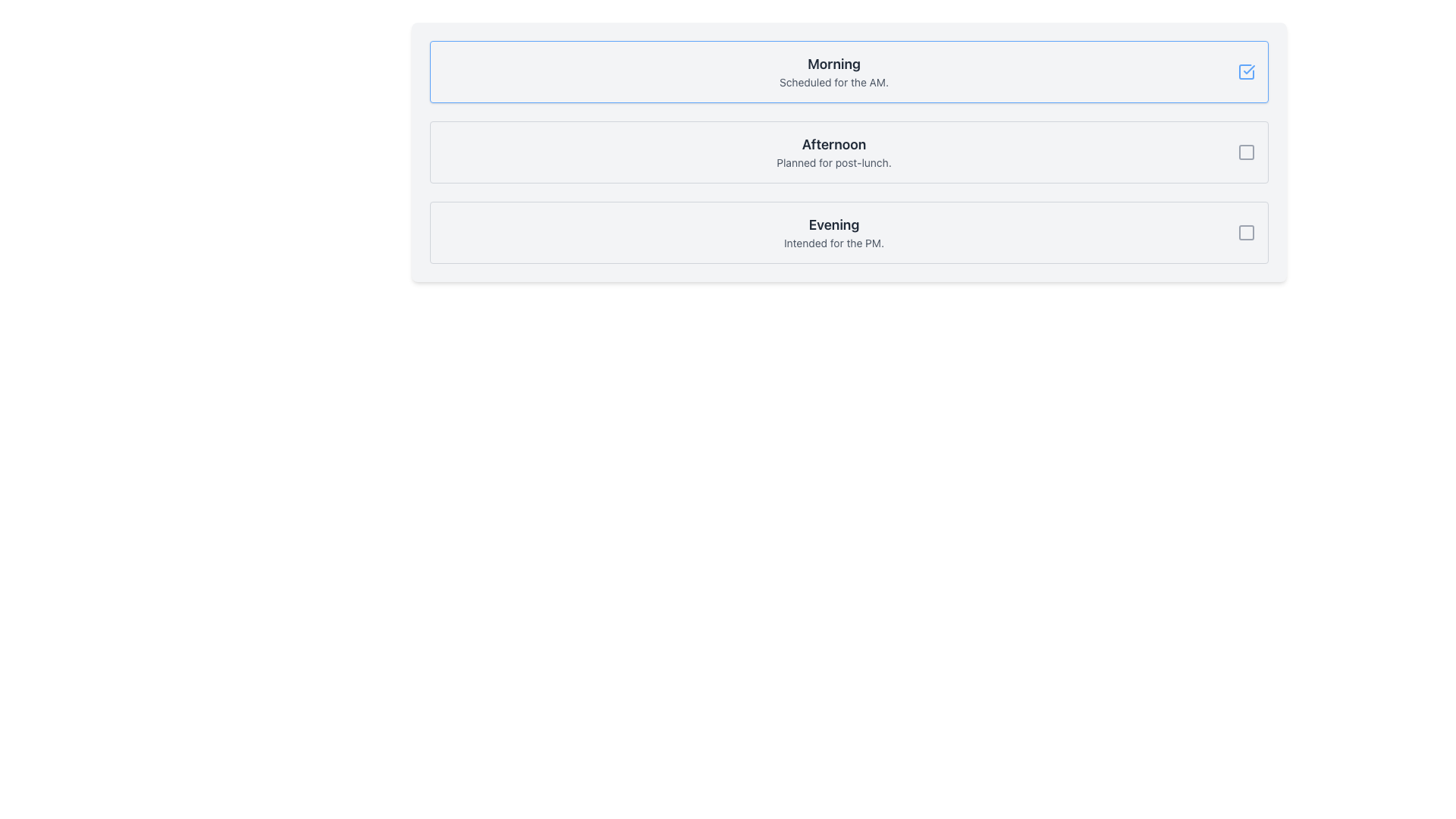  What do you see at coordinates (1246, 72) in the screenshot?
I see `SVG icon representing a square with a check mark in it, located in the top-right corner of the 'Morning' section` at bounding box center [1246, 72].